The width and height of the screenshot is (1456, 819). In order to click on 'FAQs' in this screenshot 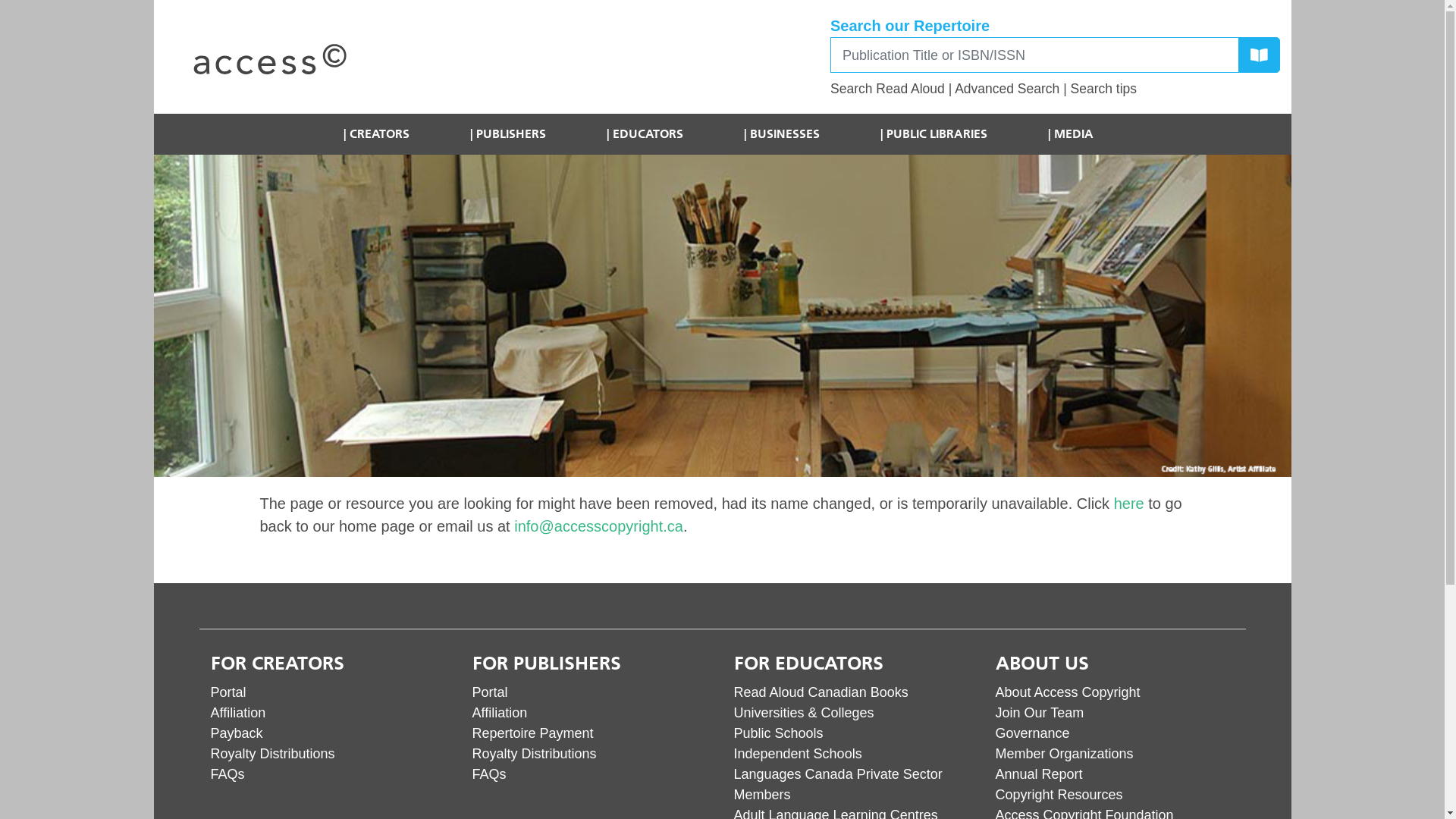, I will do `click(488, 774)`.